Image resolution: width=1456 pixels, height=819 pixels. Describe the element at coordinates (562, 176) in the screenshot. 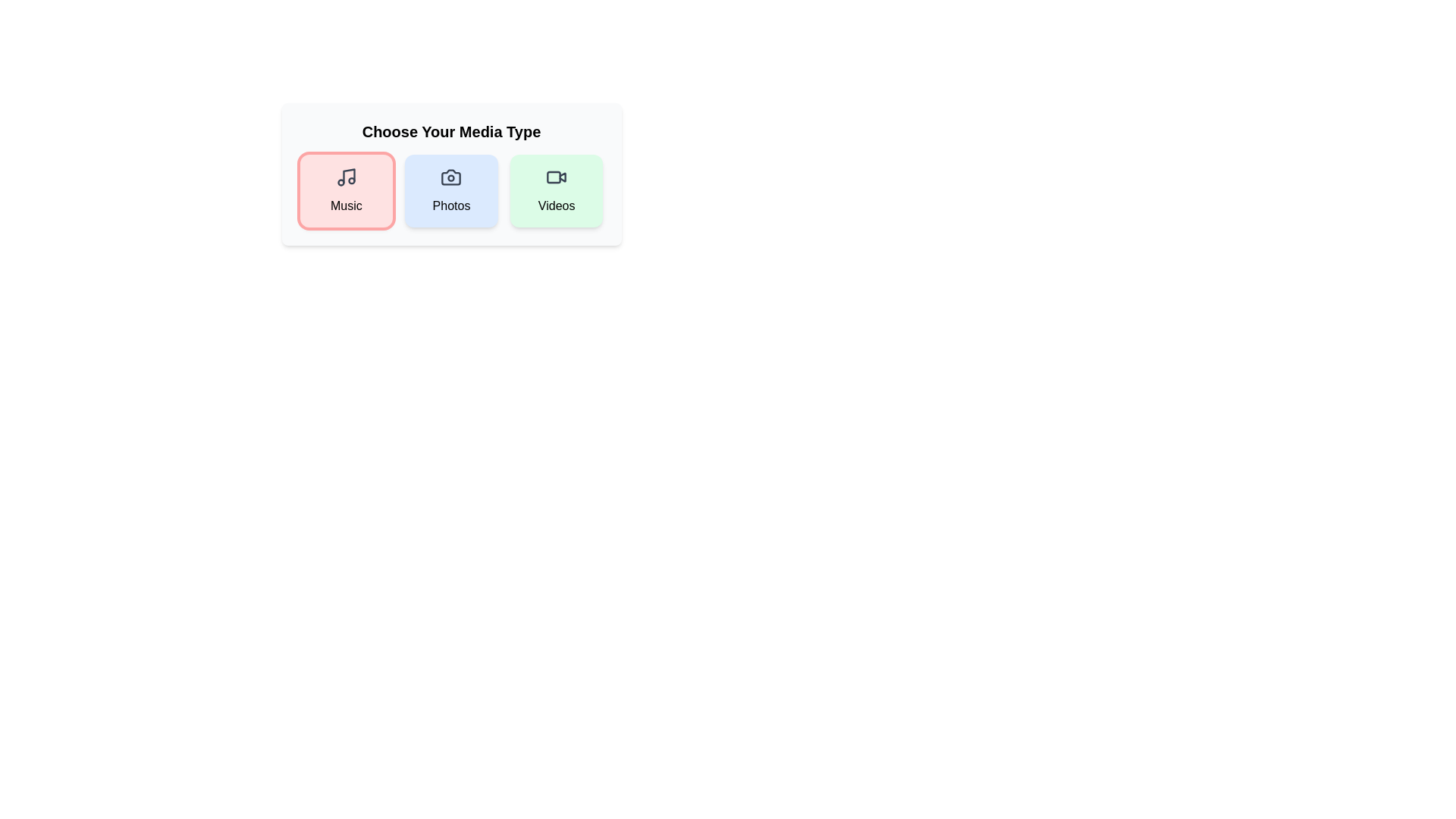

I see `the video camera icon component located on the rightmost segment of the 'Videos' button in the second row of media type selection for reference` at that location.